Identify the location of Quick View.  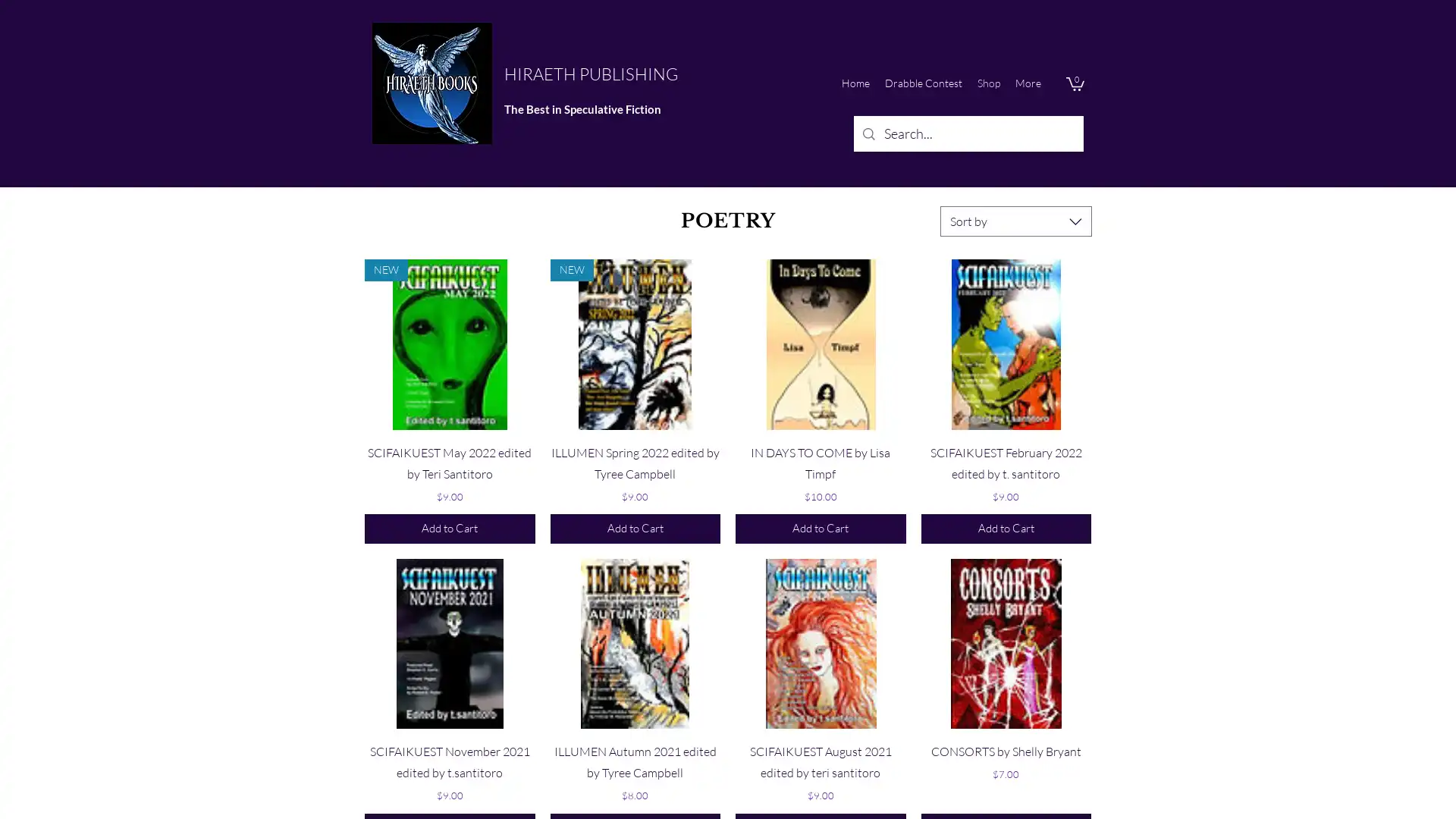
(449, 747).